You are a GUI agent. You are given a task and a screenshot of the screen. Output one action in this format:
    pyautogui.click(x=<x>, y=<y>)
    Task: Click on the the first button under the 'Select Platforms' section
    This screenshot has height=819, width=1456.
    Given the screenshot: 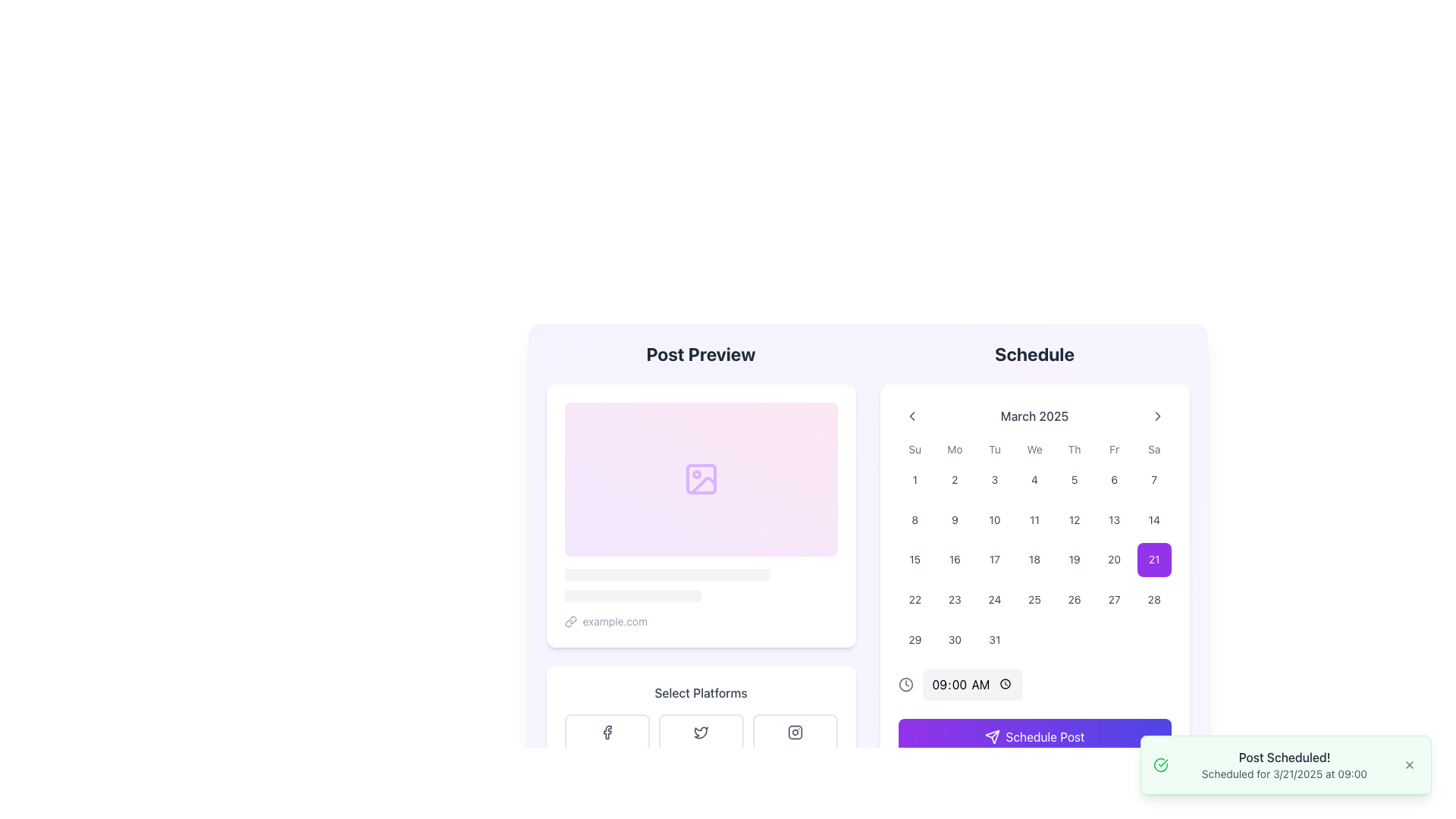 What is the action you would take?
    pyautogui.click(x=607, y=731)
    